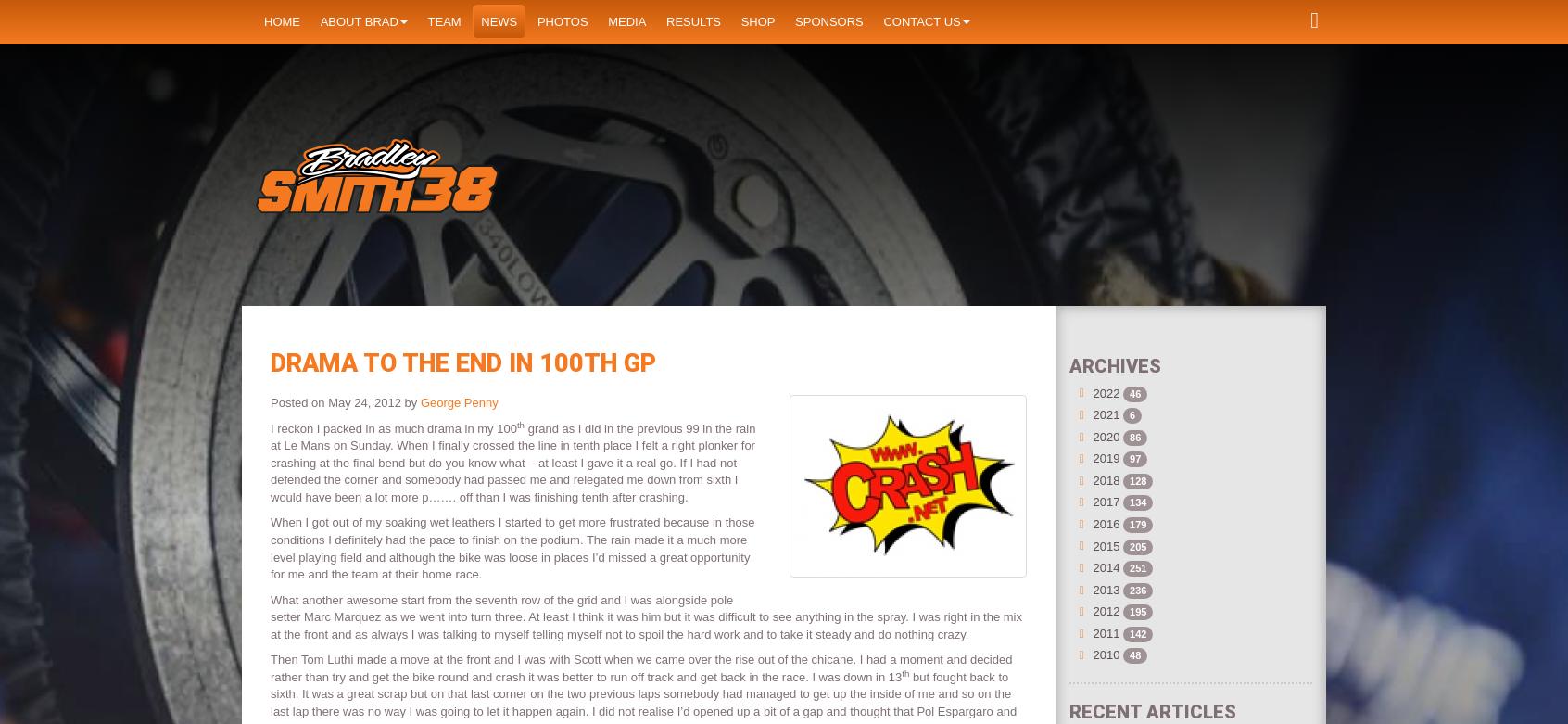 The width and height of the screenshot is (1568, 724). What do you see at coordinates (1138, 611) in the screenshot?
I see `'195'` at bounding box center [1138, 611].